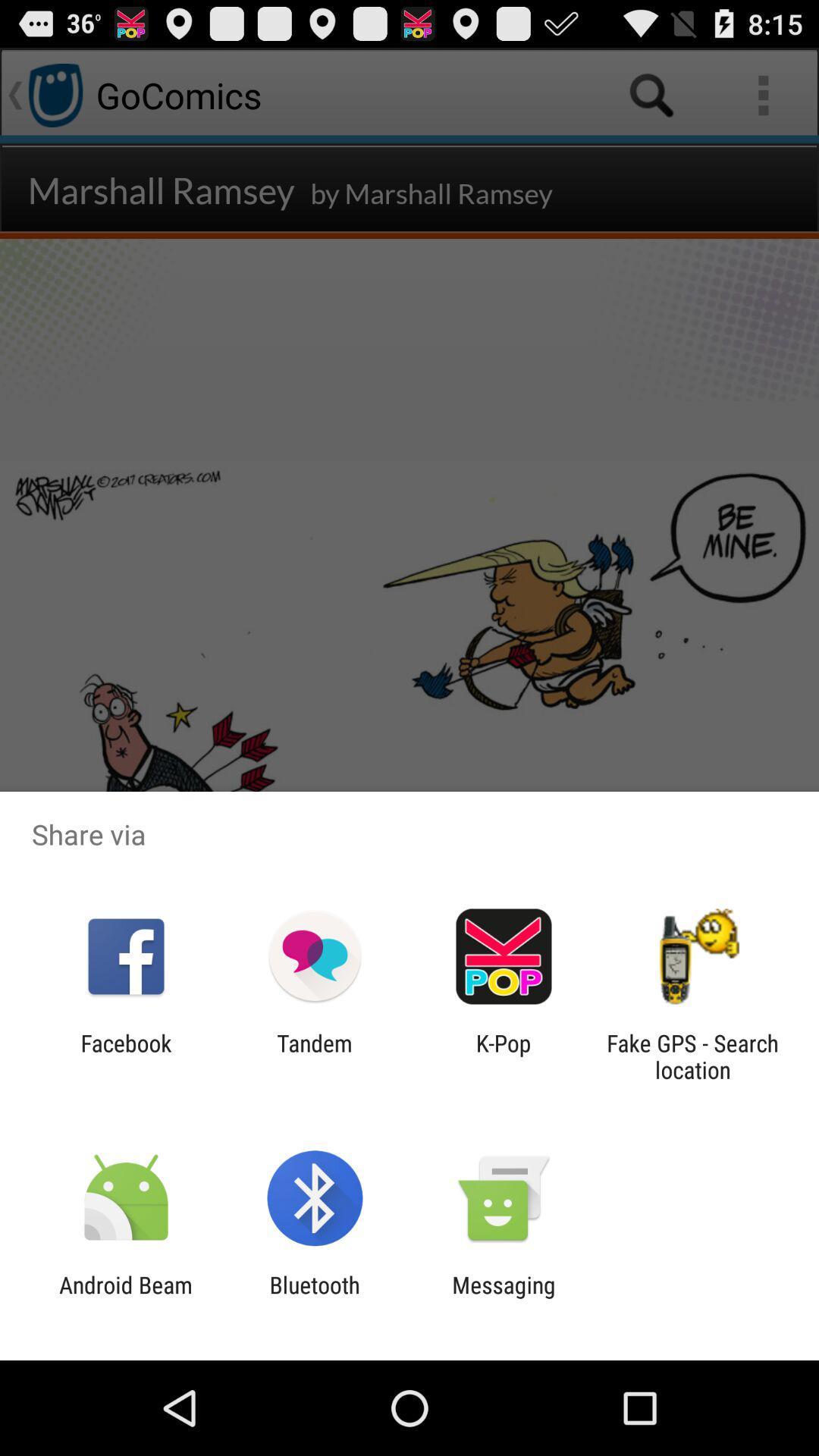 This screenshot has width=819, height=1456. What do you see at coordinates (314, 1056) in the screenshot?
I see `icon to the right of the facebook app` at bounding box center [314, 1056].